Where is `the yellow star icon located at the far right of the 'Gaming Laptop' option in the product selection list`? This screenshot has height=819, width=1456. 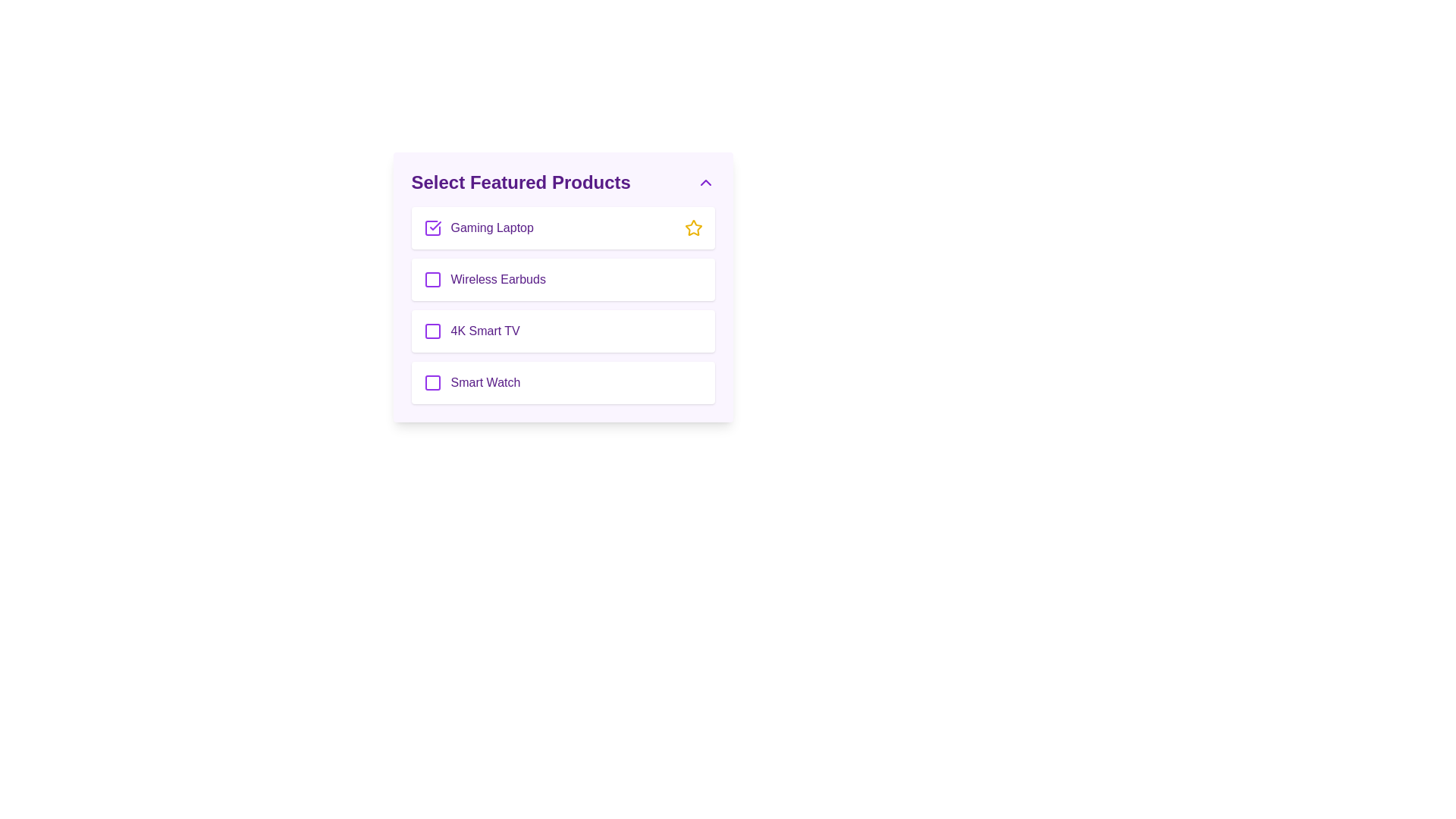 the yellow star icon located at the far right of the 'Gaming Laptop' option in the product selection list is located at coordinates (692, 227).